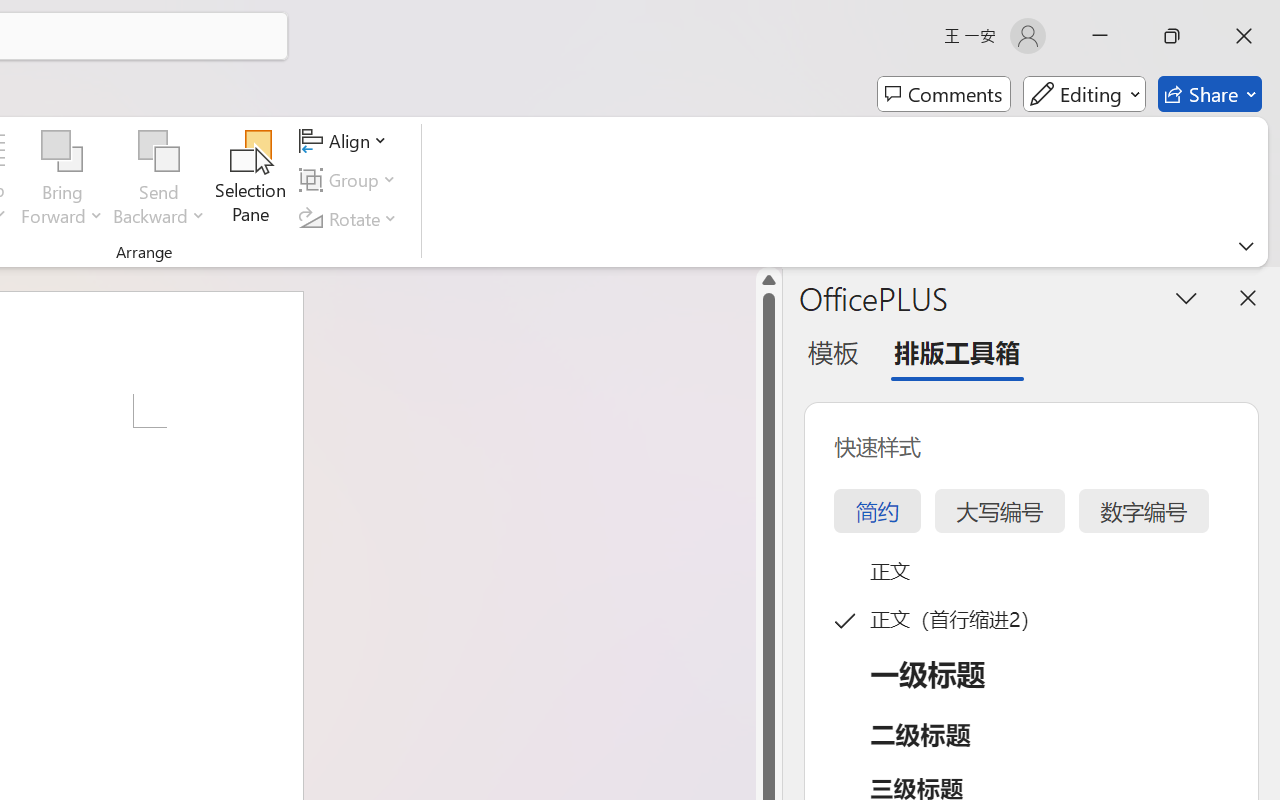 The height and width of the screenshot is (800, 1280). I want to click on 'Send Backward', so click(158, 179).